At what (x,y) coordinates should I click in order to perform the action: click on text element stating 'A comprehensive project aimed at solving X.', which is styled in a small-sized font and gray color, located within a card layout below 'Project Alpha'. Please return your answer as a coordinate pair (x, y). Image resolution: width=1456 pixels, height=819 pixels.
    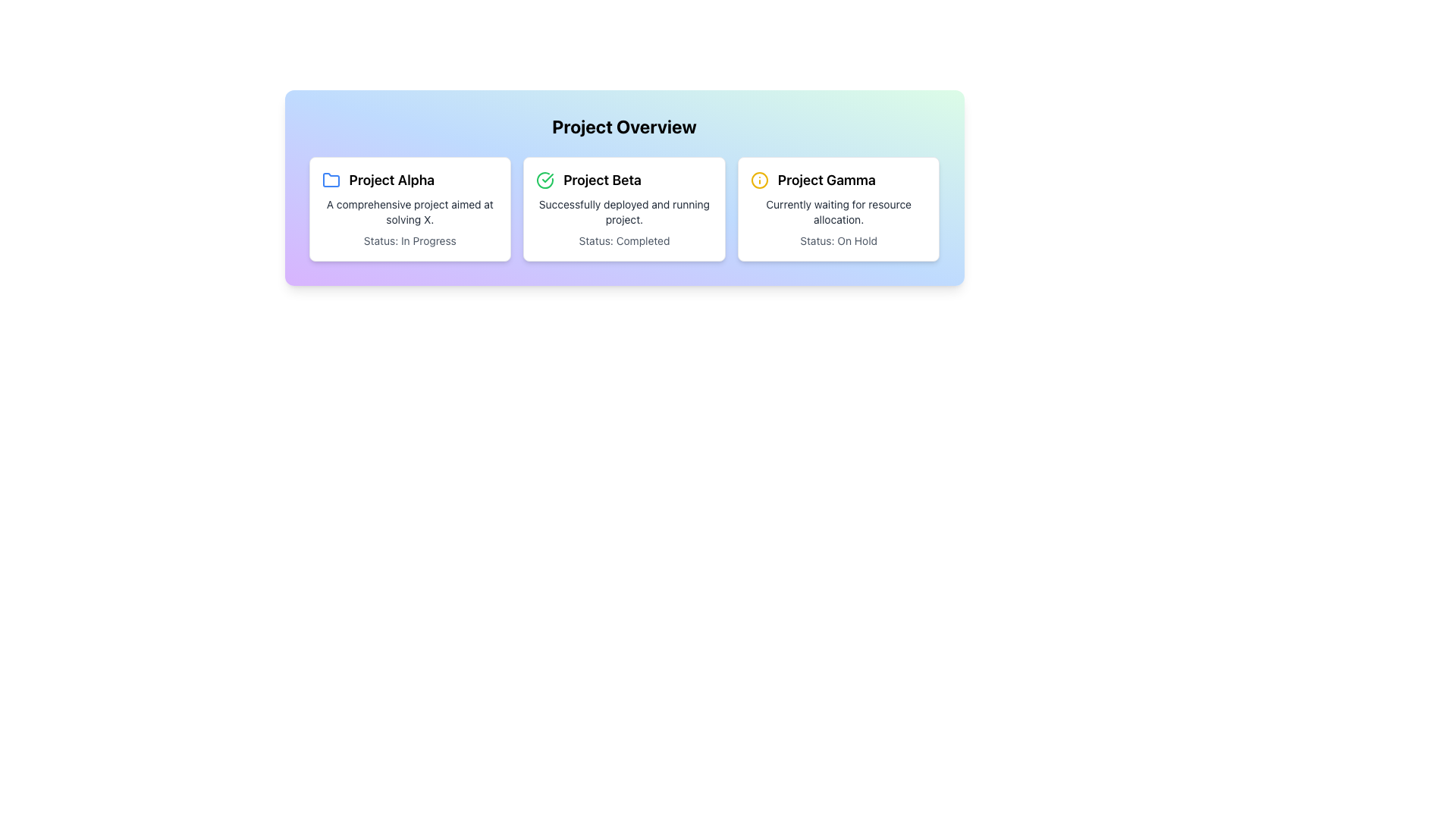
    Looking at the image, I should click on (409, 212).